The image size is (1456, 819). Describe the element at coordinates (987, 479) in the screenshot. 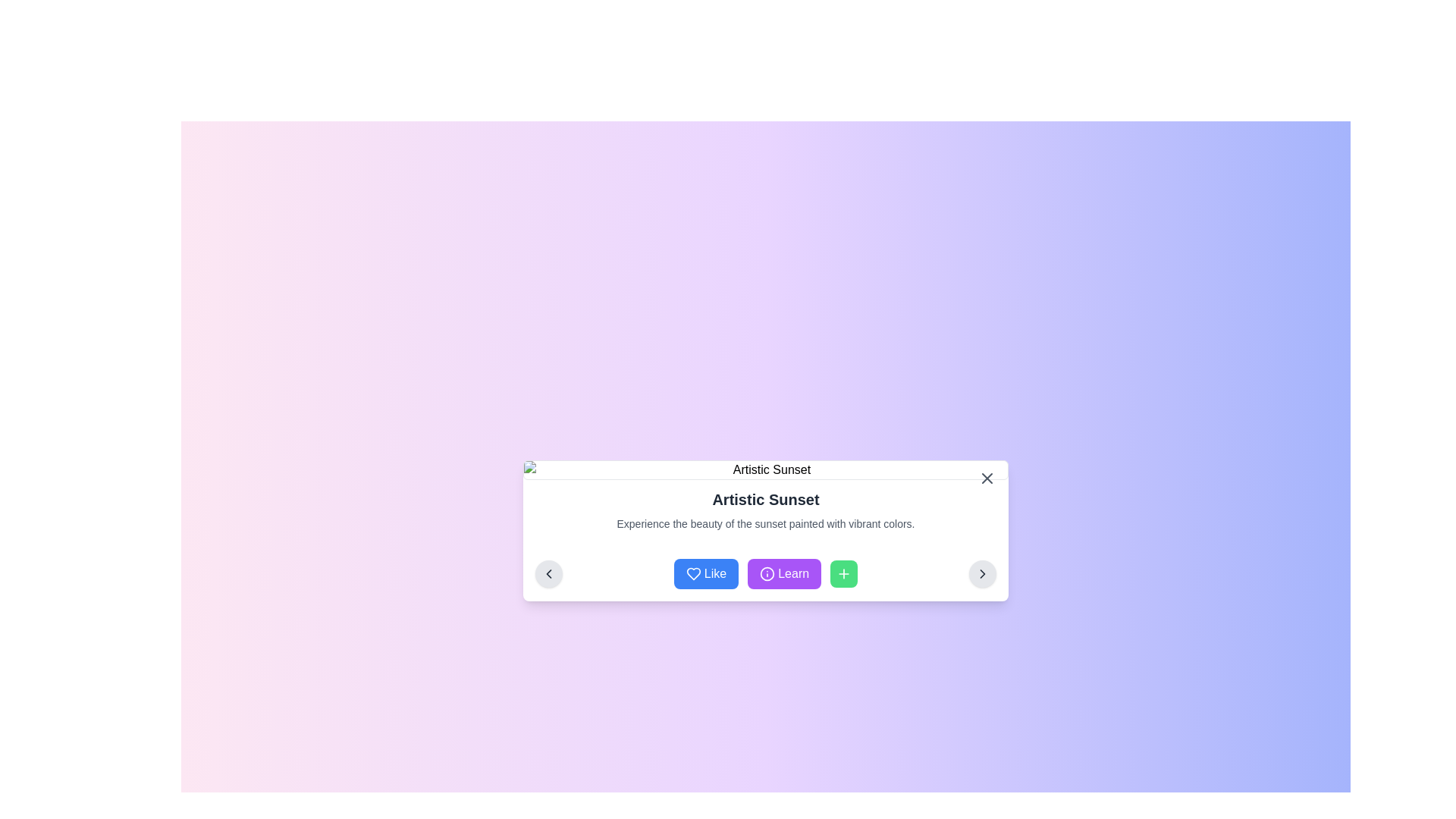

I see `the gray 'X' button located at the top right corner of the 'Artistic Sunset' card` at that location.